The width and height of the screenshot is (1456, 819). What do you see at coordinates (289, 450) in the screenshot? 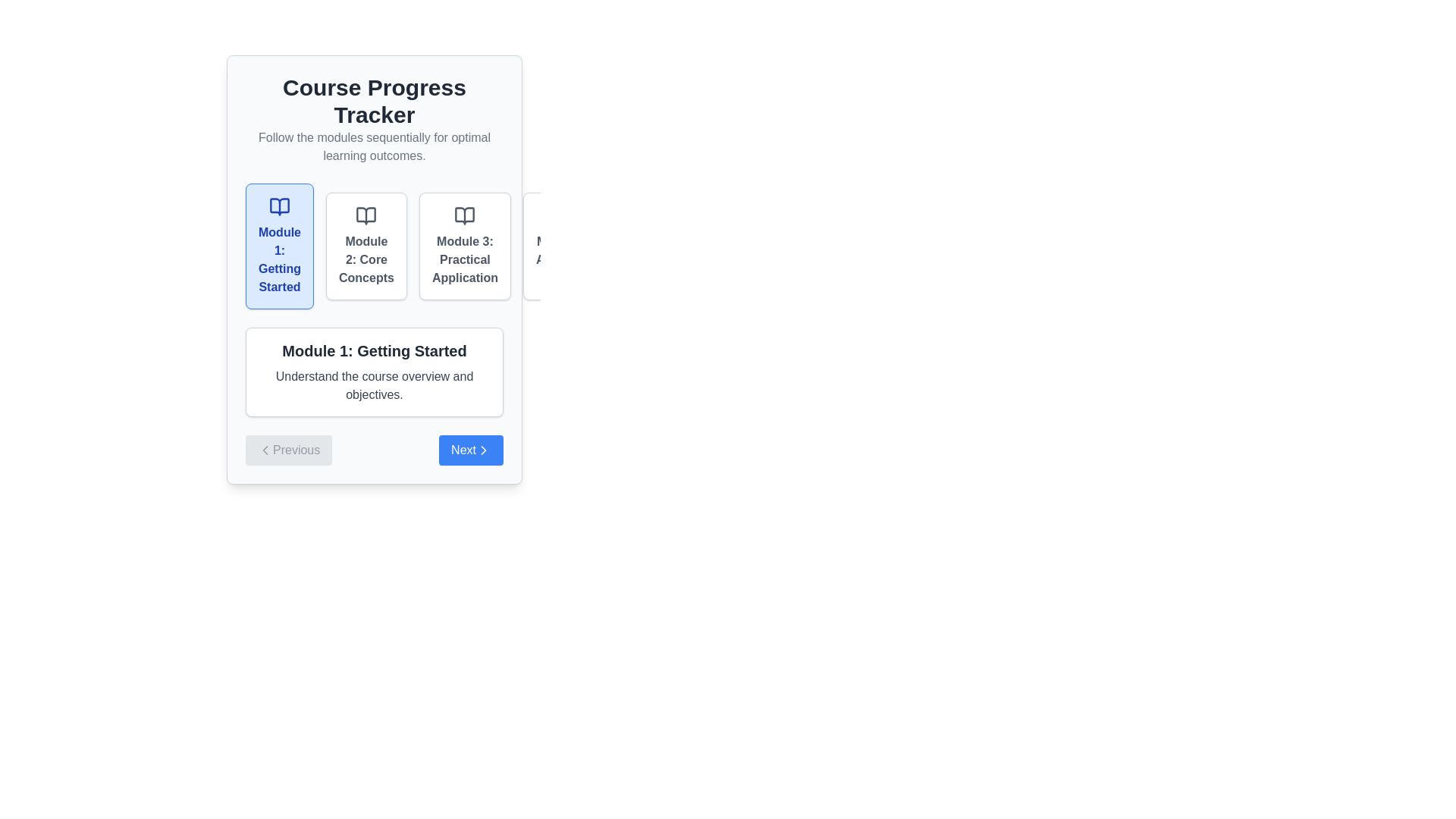
I see `the 'Previous' button with a gray background that contains a left-pointing chevron icon and the text 'Previous' to trigger visual feedback` at bounding box center [289, 450].